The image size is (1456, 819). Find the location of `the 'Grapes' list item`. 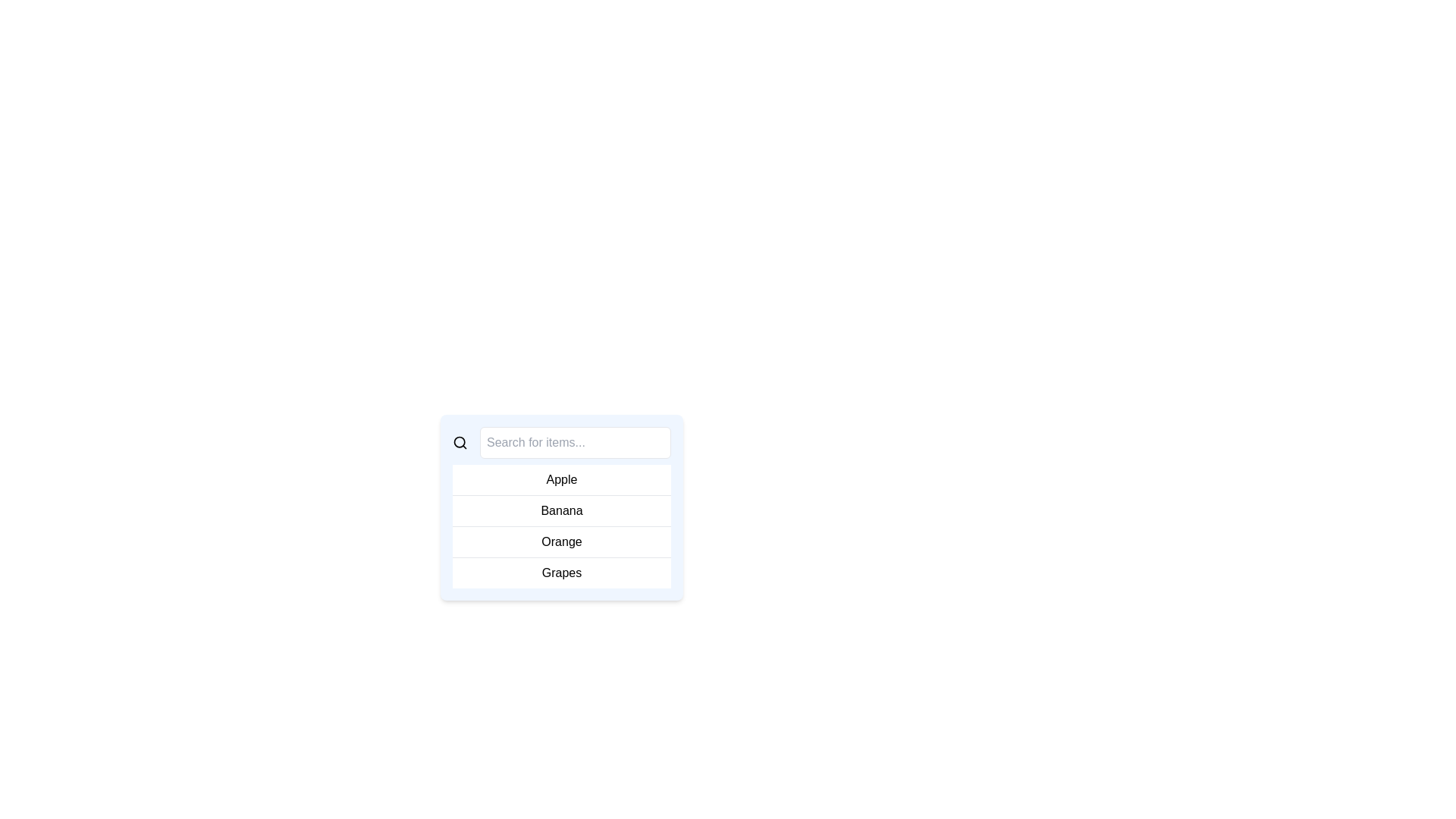

the 'Grapes' list item is located at coordinates (560, 573).